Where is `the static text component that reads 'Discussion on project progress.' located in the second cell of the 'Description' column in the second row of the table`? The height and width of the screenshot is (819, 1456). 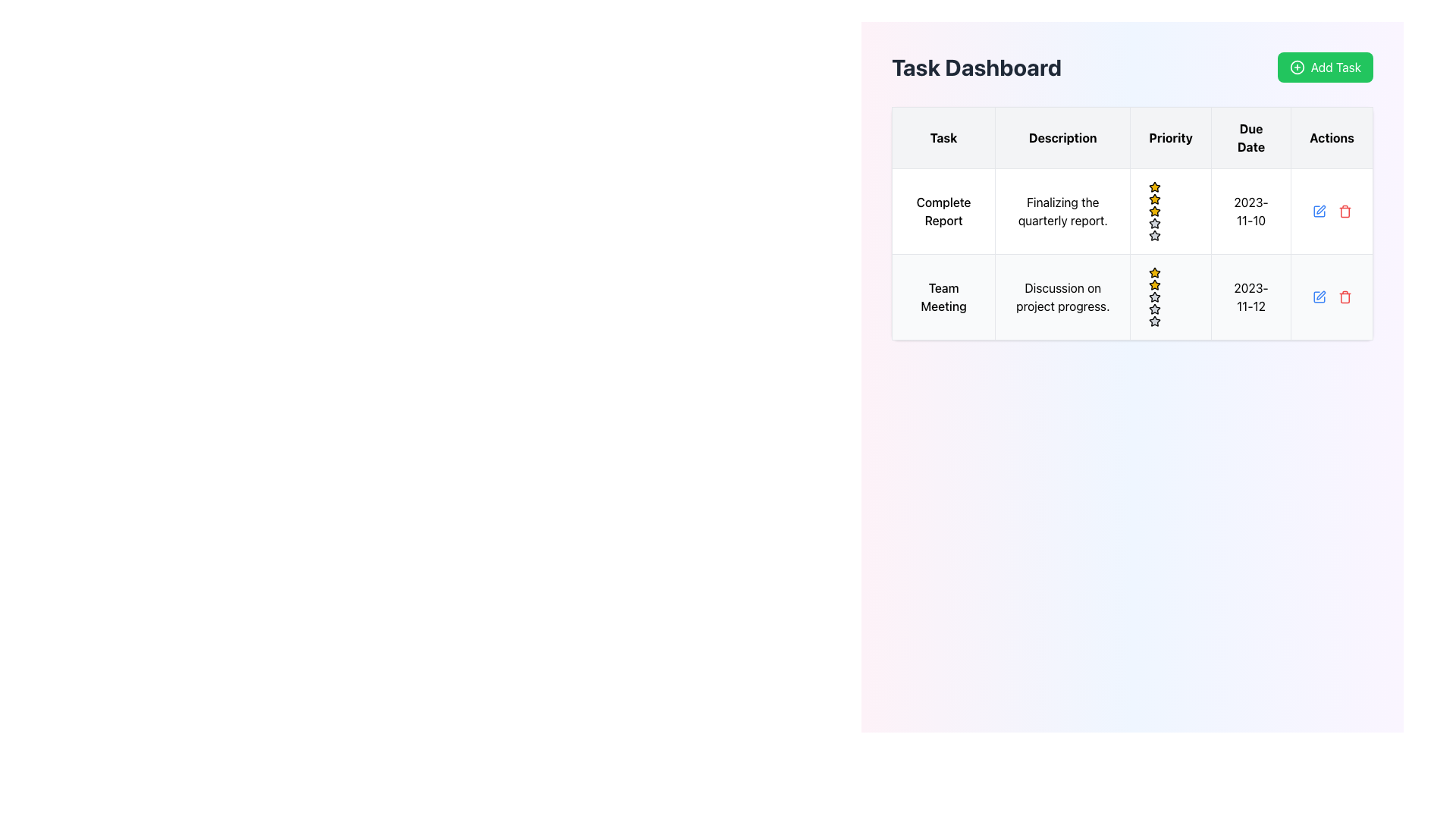
the static text component that reads 'Discussion on project progress.' located in the second cell of the 'Description' column in the second row of the table is located at coordinates (1062, 297).